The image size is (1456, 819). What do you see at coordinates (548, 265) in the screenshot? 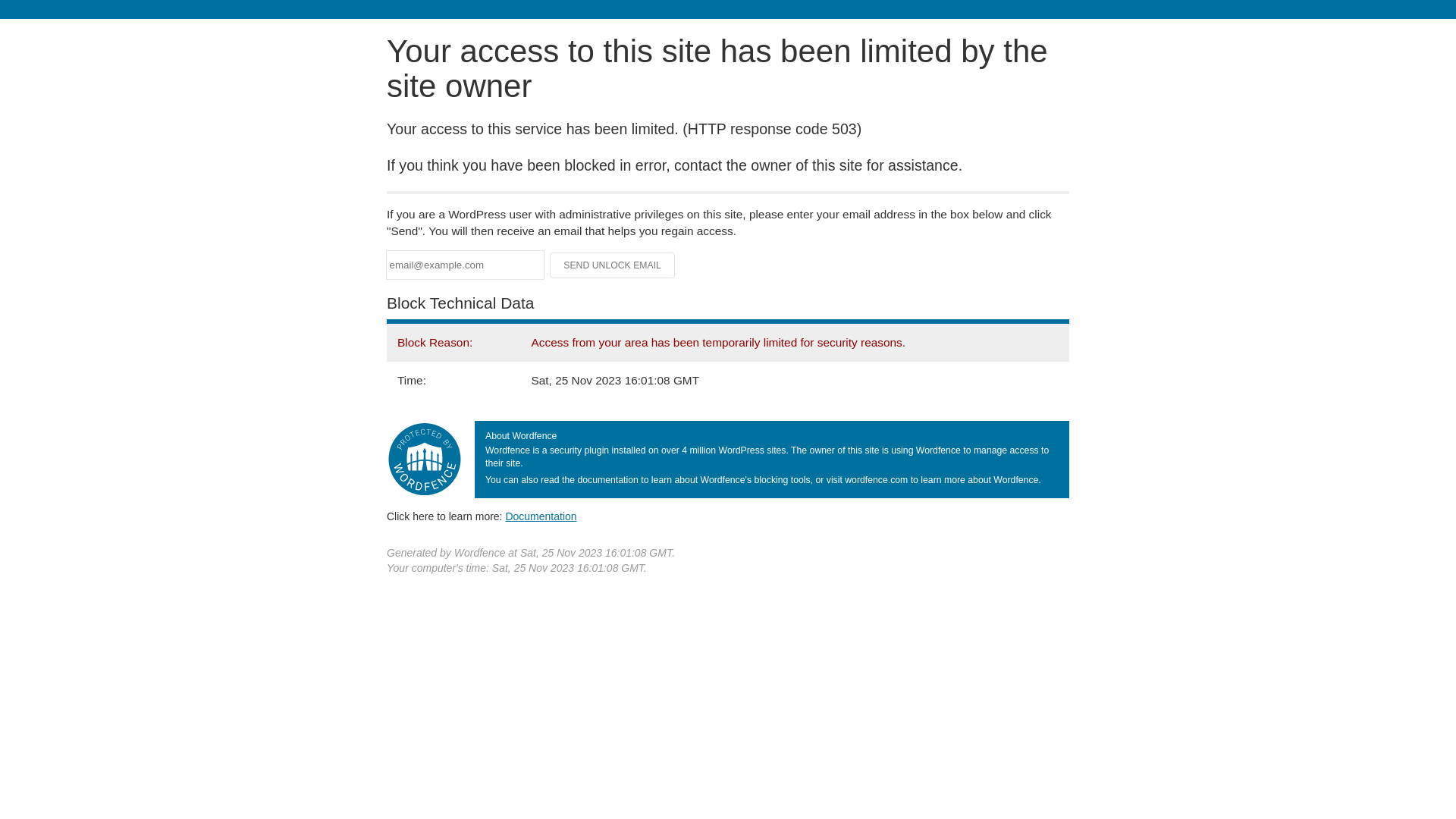
I see `'Send Unlock Email'` at bounding box center [548, 265].